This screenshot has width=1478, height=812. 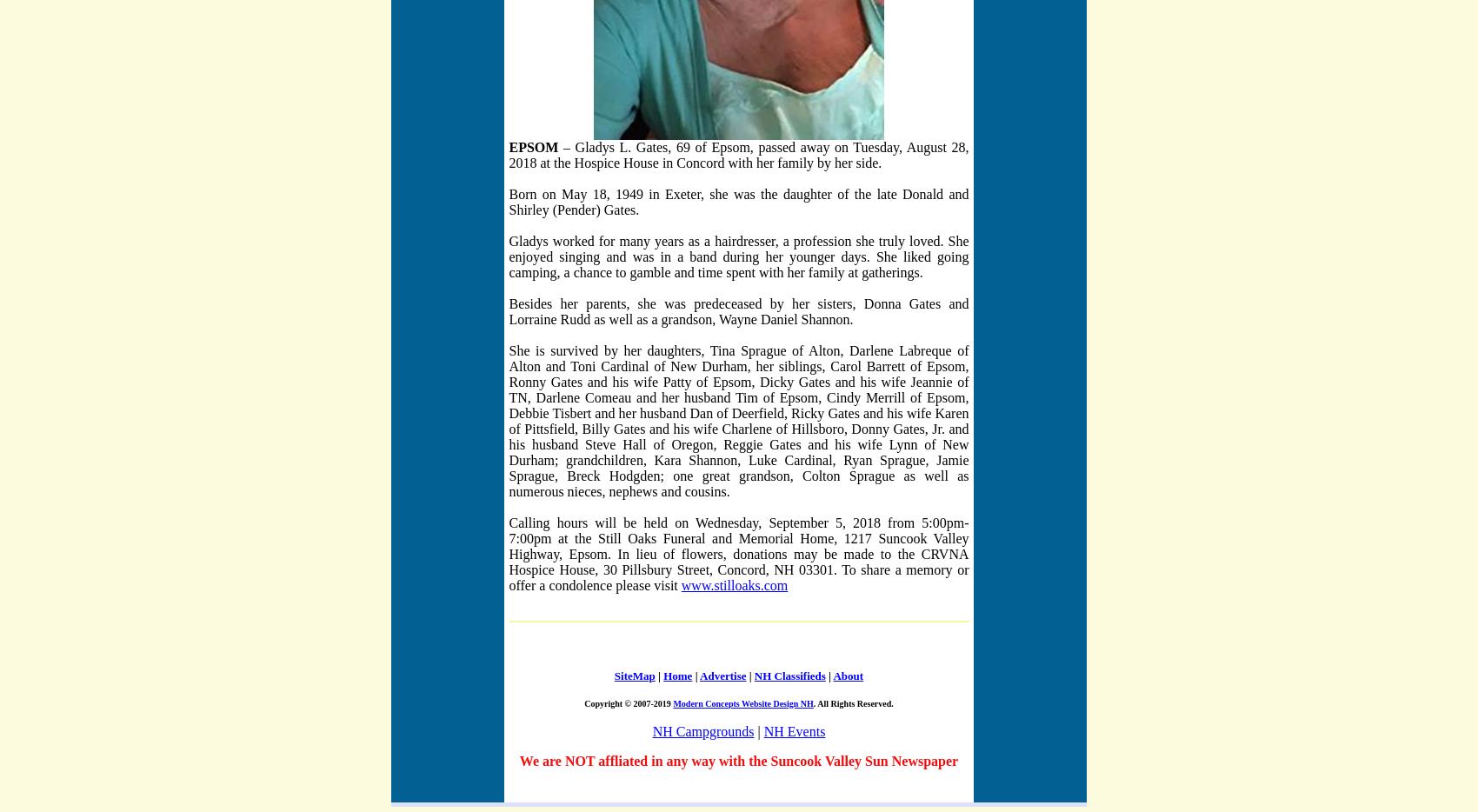 I want to click on '– Gladys L. Gates,
69 of Epsom, passed away on Tuesday, August 28, 2018 at the Hospice
House in Concord with her family by her side.', so click(x=737, y=154).